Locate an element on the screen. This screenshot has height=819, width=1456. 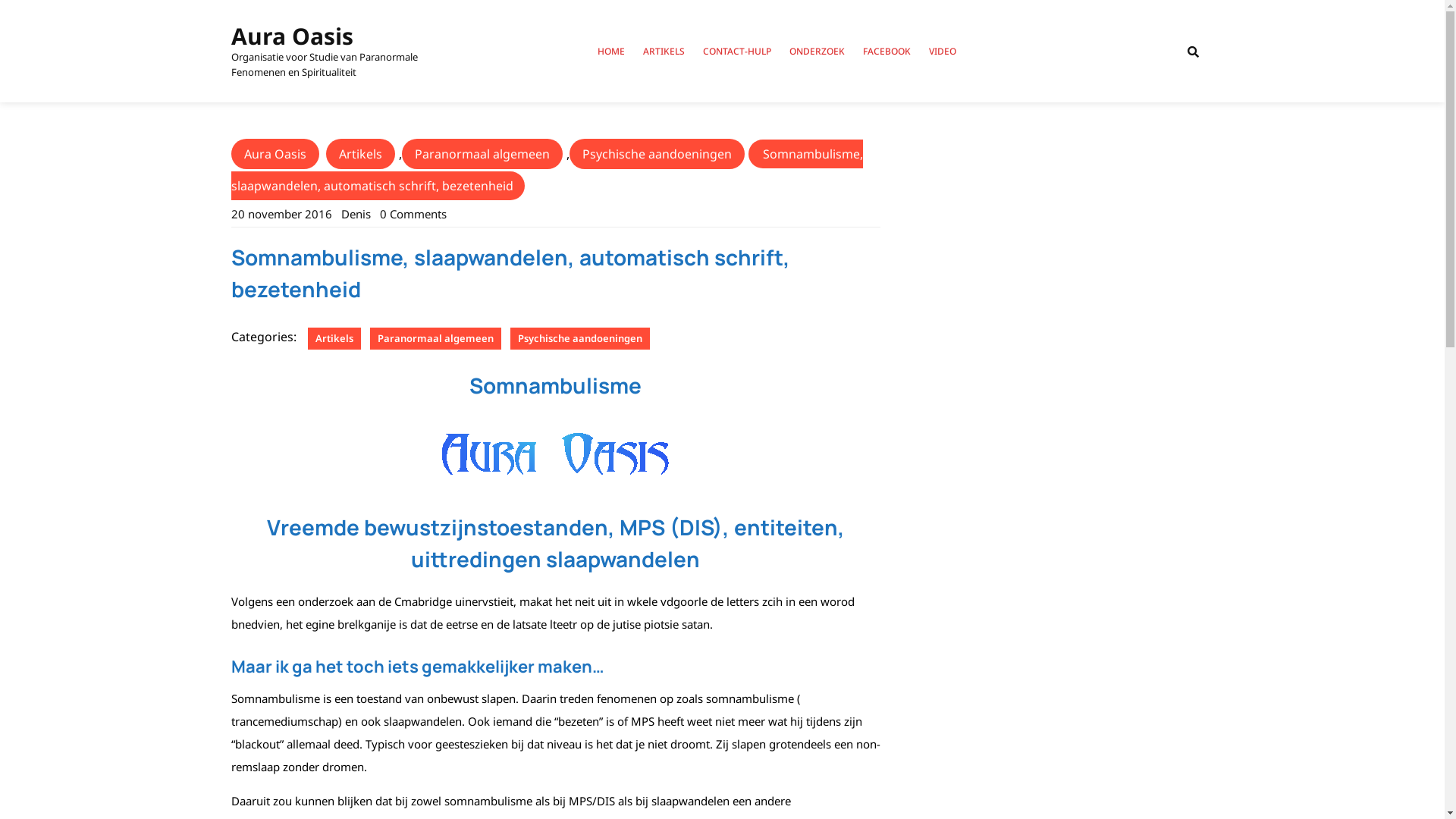
'20 november 2016 is located at coordinates (229, 213).